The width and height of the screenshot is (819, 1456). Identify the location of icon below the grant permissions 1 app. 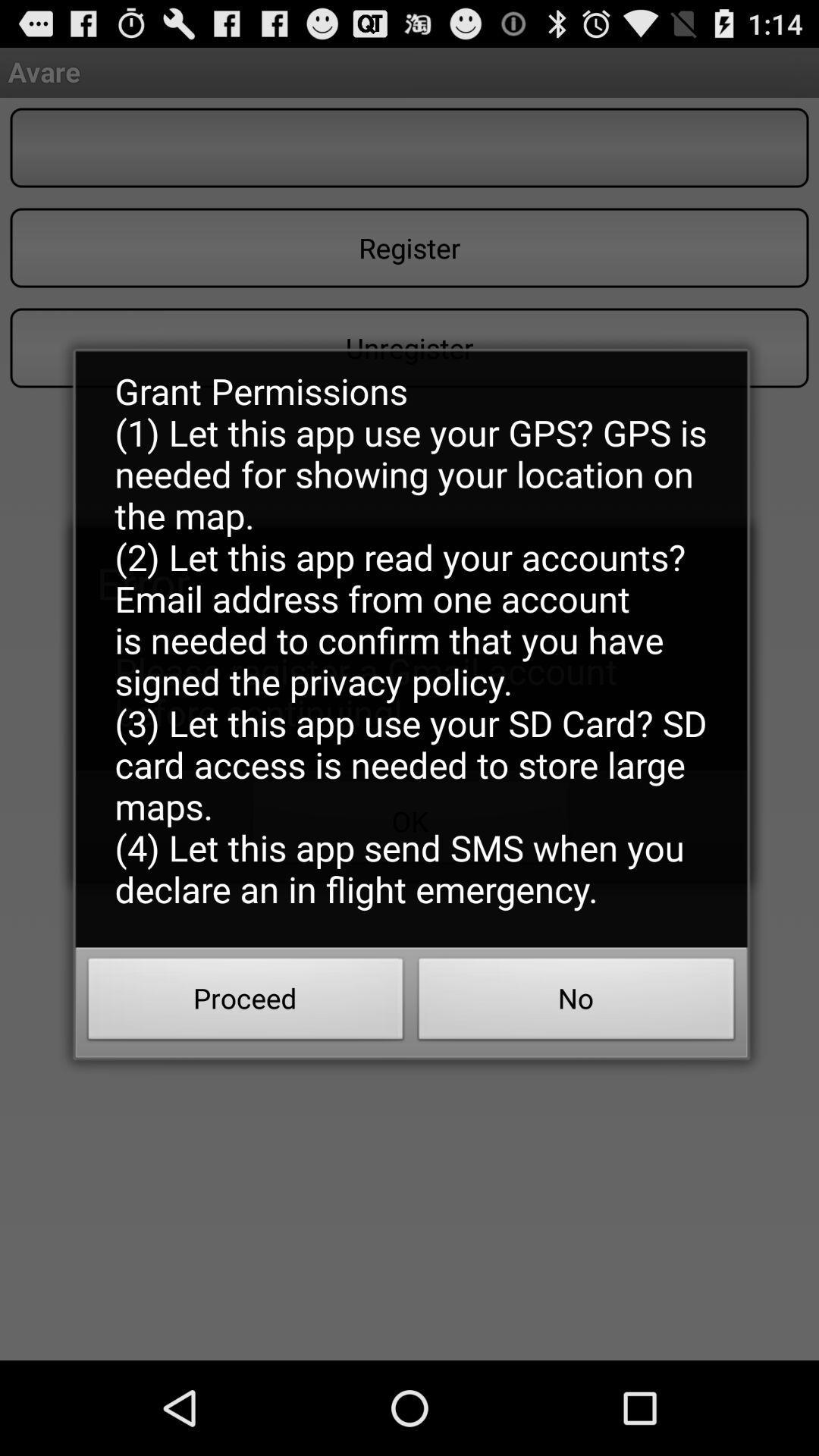
(245, 1003).